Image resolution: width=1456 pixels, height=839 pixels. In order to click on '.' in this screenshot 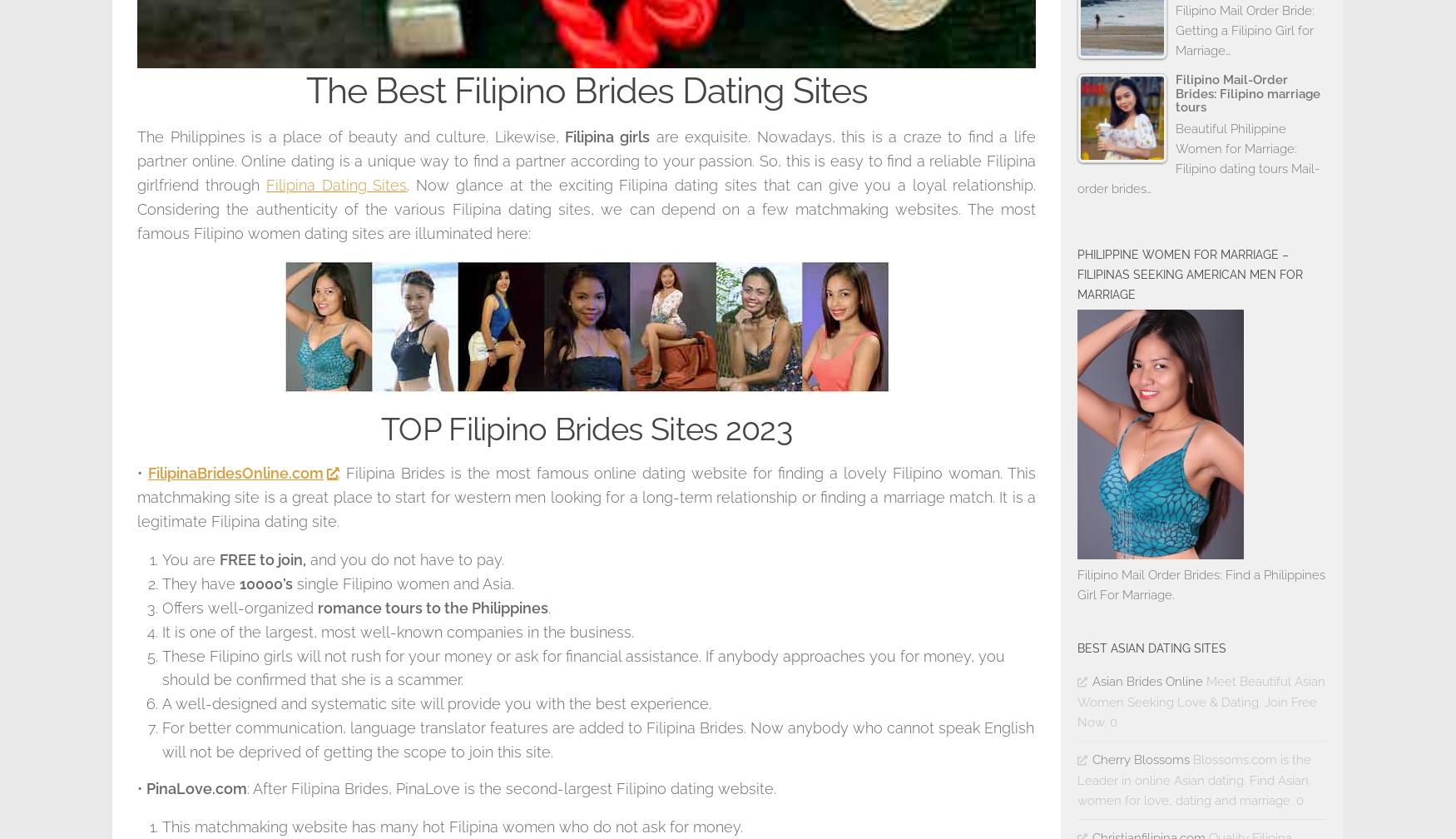, I will do `click(547, 608)`.